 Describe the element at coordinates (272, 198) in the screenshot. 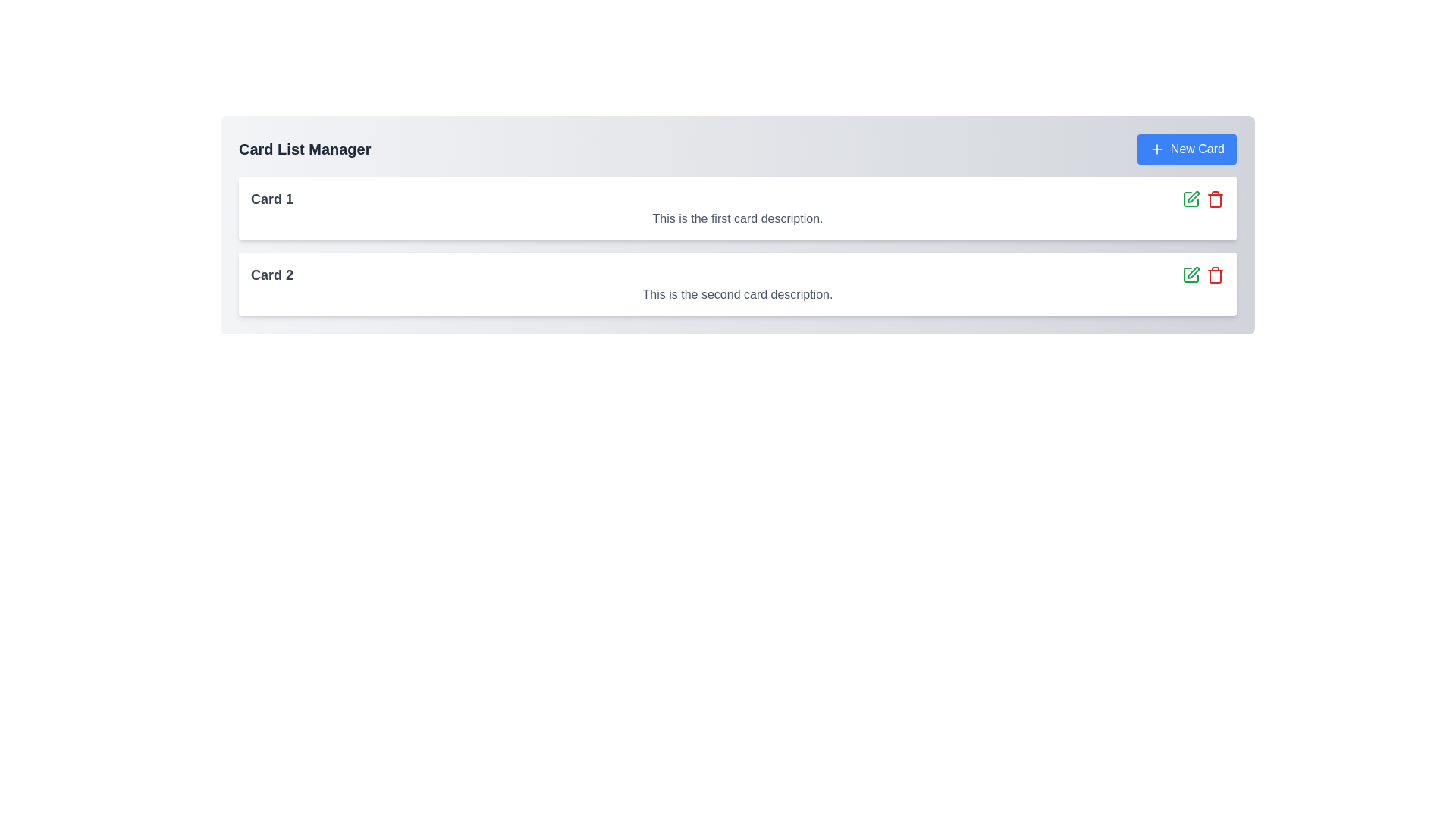

I see `text label located at the top-left area of the first card, which serves as its primary identifier` at that location.